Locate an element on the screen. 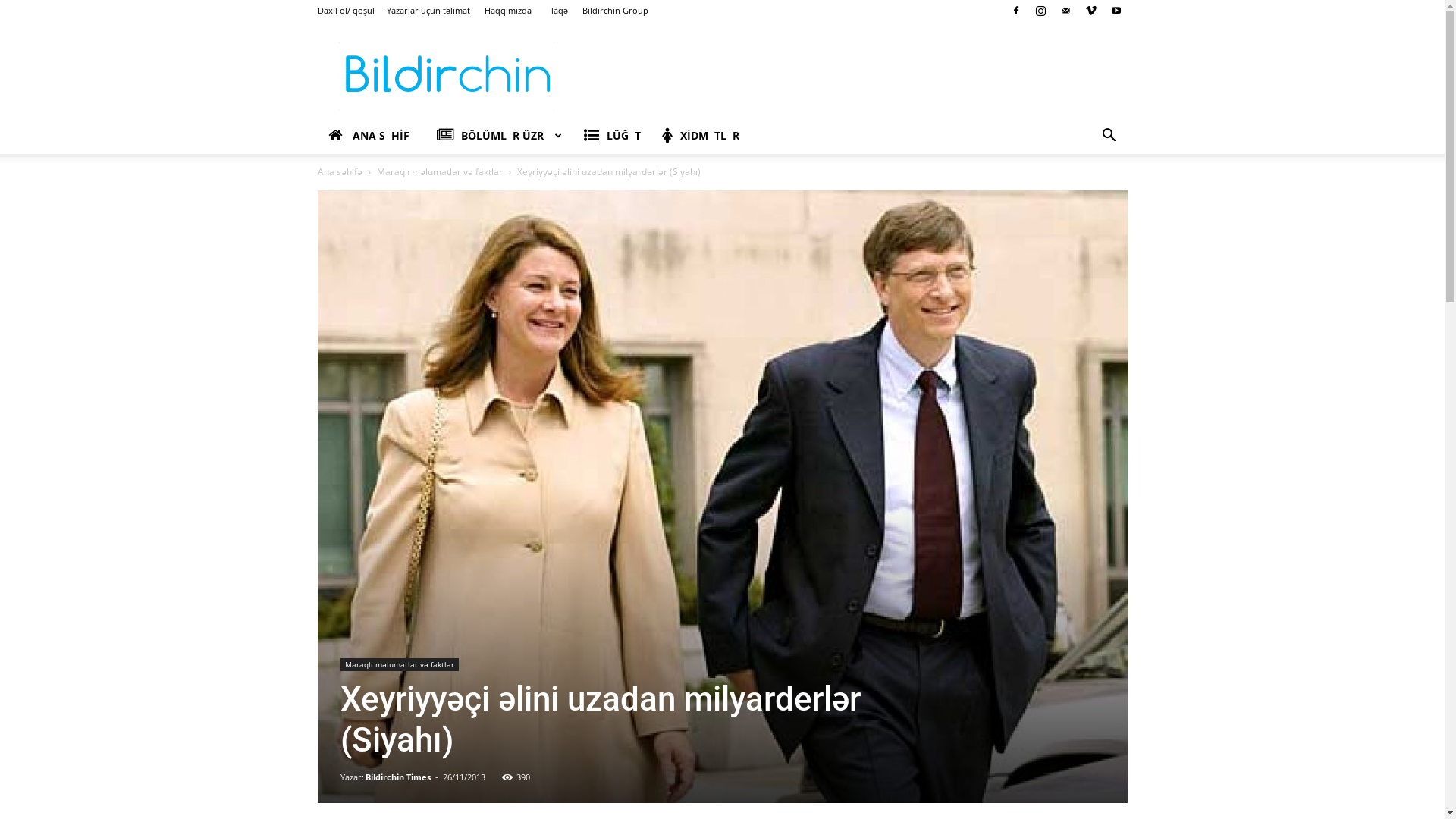  'Facebook' is located at coordinates (1004, 11).